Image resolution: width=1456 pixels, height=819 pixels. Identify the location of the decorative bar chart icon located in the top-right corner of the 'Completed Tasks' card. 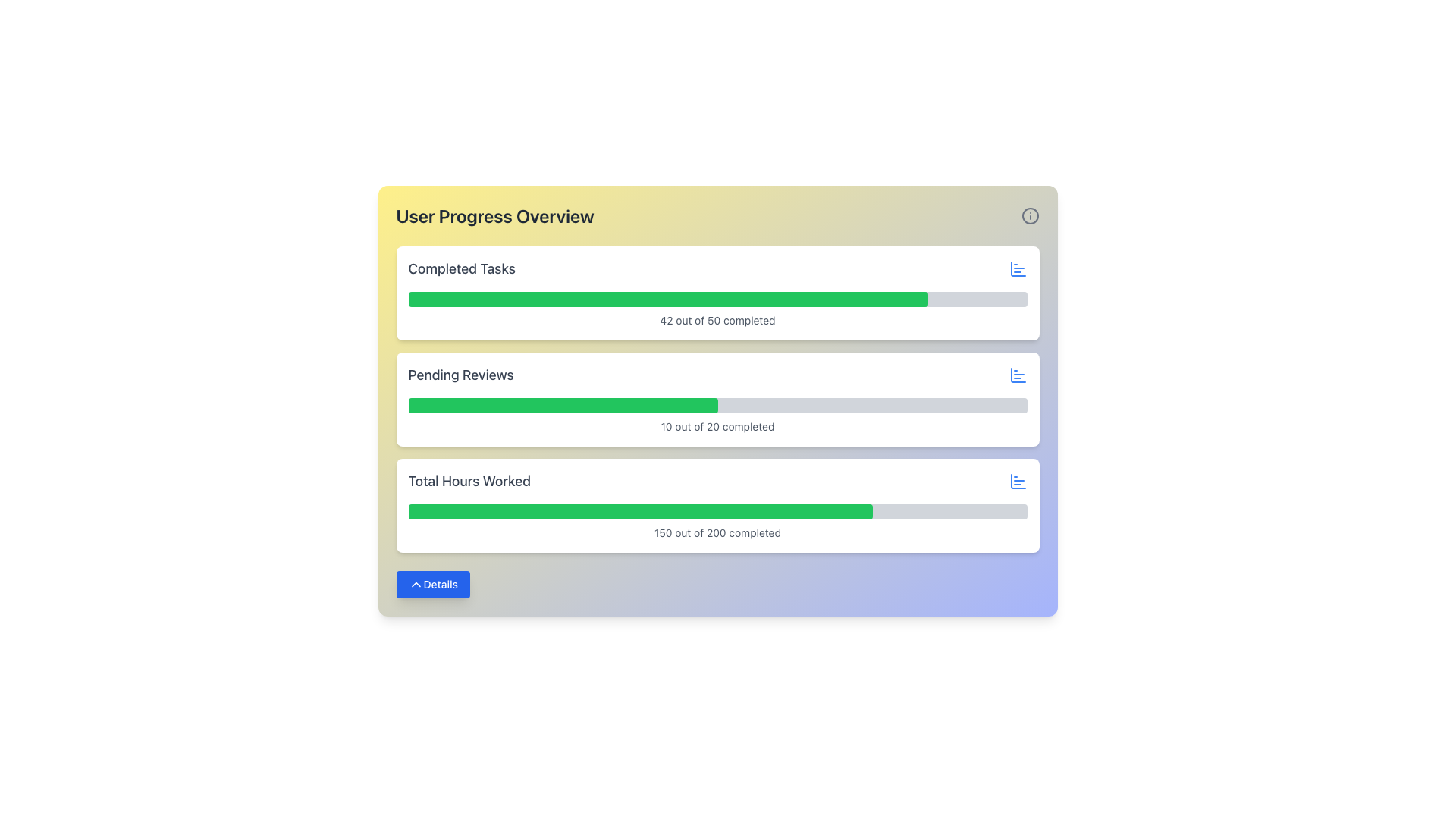
(1018, 375).